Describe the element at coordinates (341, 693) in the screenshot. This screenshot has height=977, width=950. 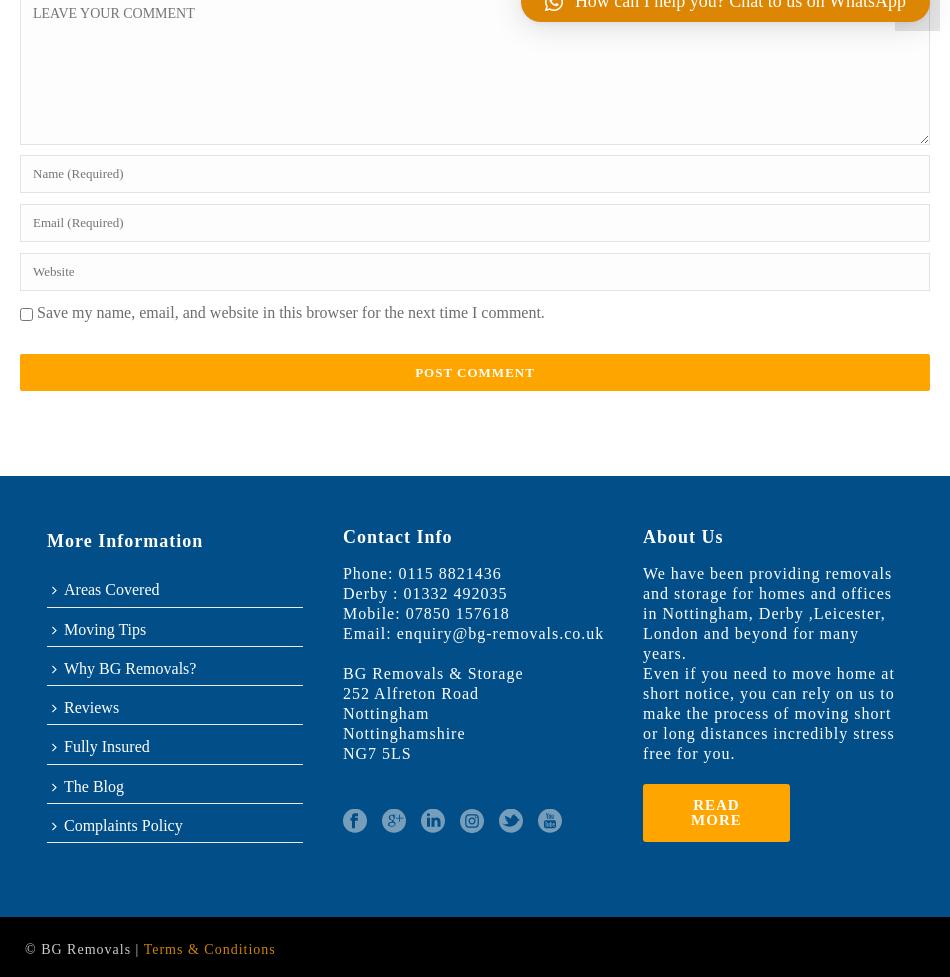
I see `'252 Alfreton Road'` at that location.